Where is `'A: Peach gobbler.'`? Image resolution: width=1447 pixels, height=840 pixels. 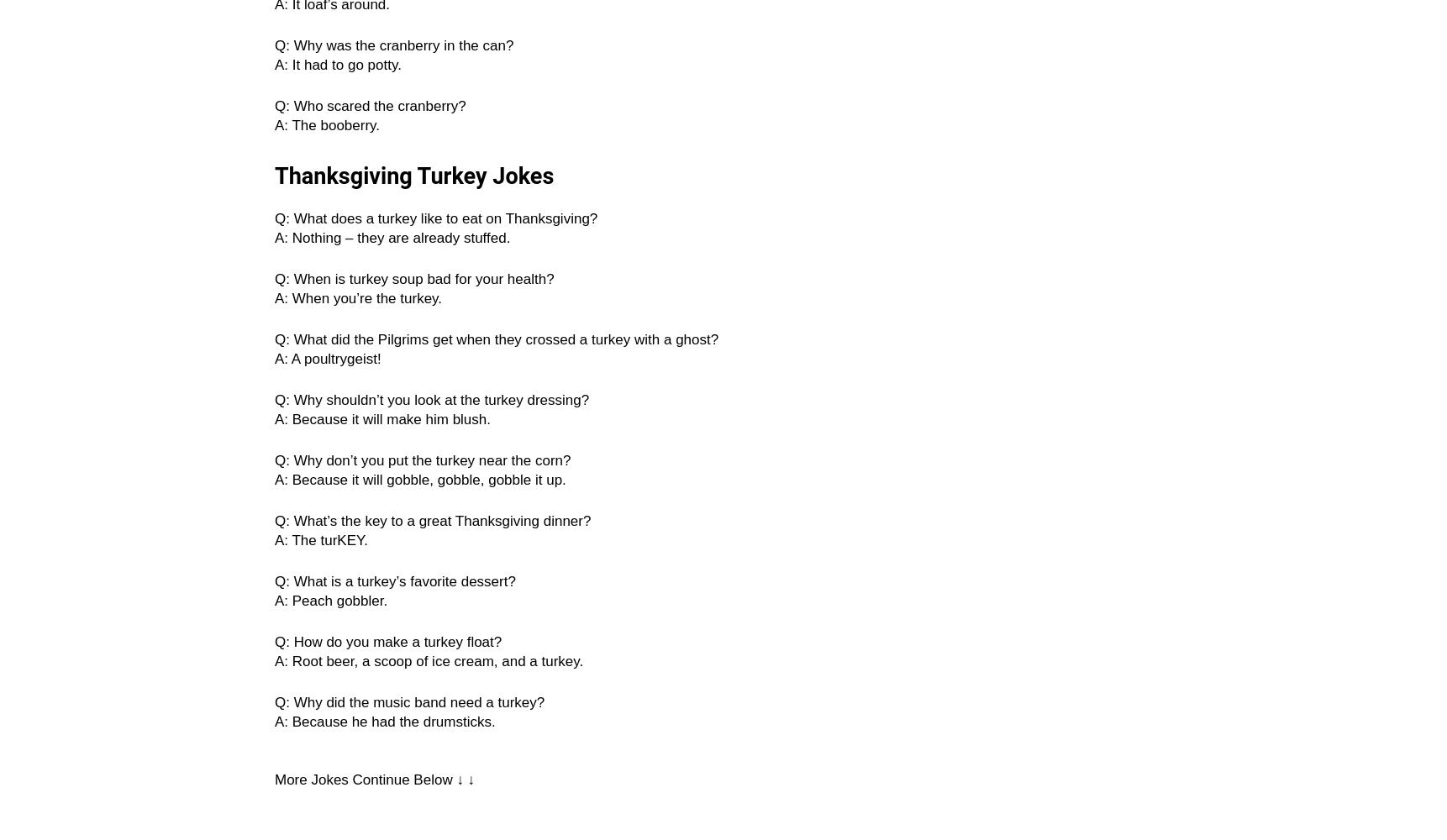 'A: Peach gobbler.' is located at coordinates (330, 600).